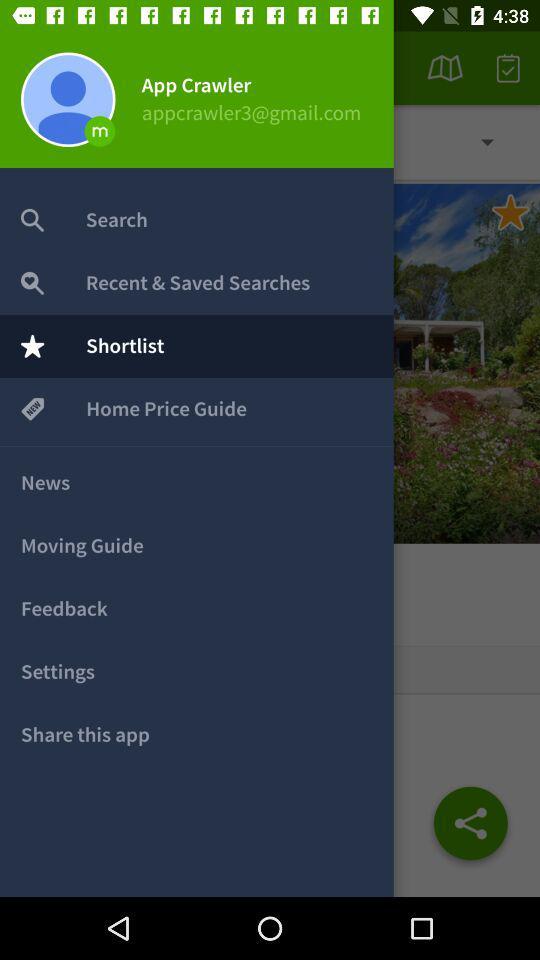 The image size is (540, 960). I want to click on the second icon from the top right corner, so click(445, 68).